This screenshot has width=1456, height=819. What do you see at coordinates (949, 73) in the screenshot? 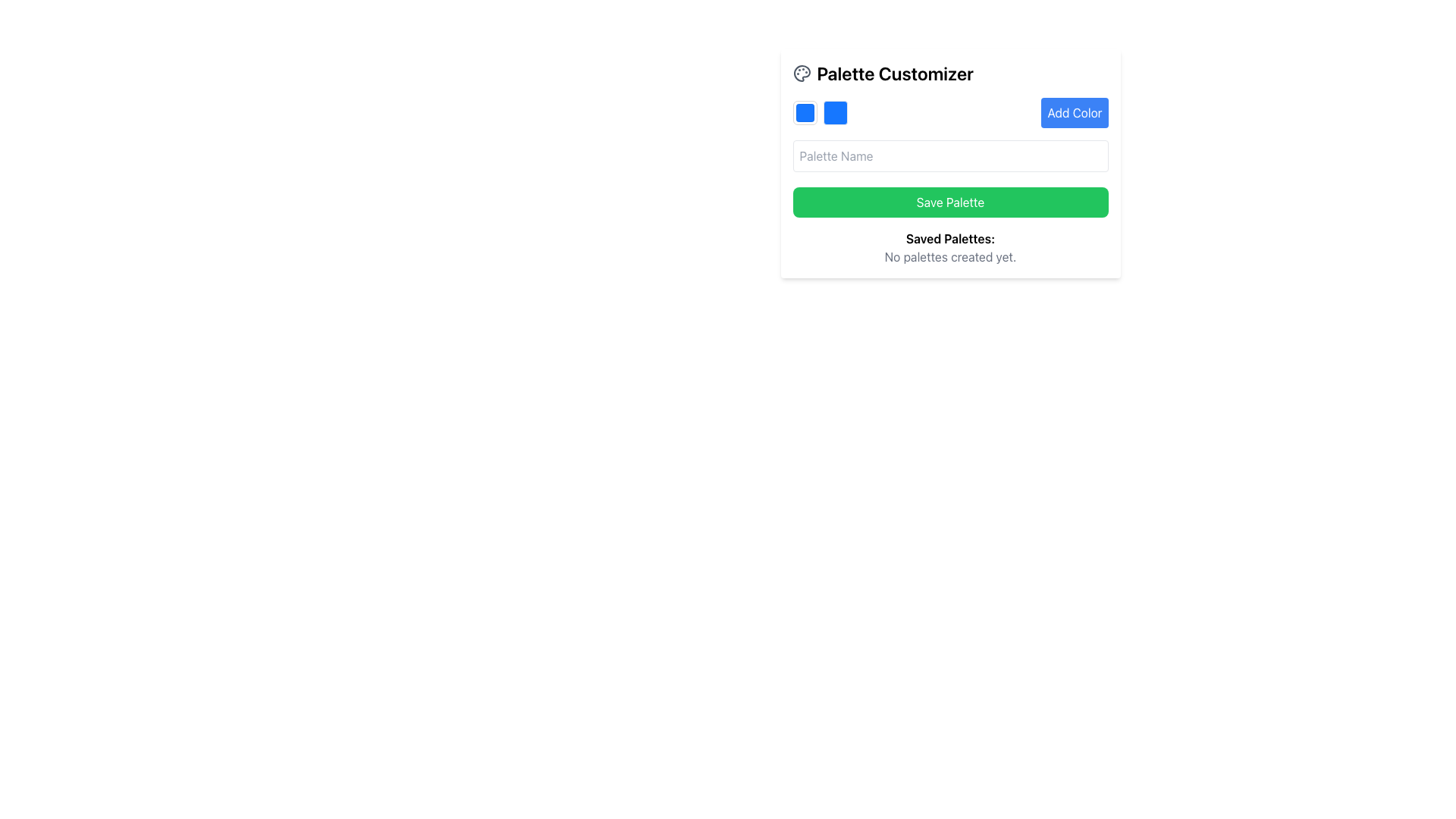
I see `text of the bold, large heading located at the top of the palette customization section, positioned above the 'Add Color' button` at bounding box center [949, 73].